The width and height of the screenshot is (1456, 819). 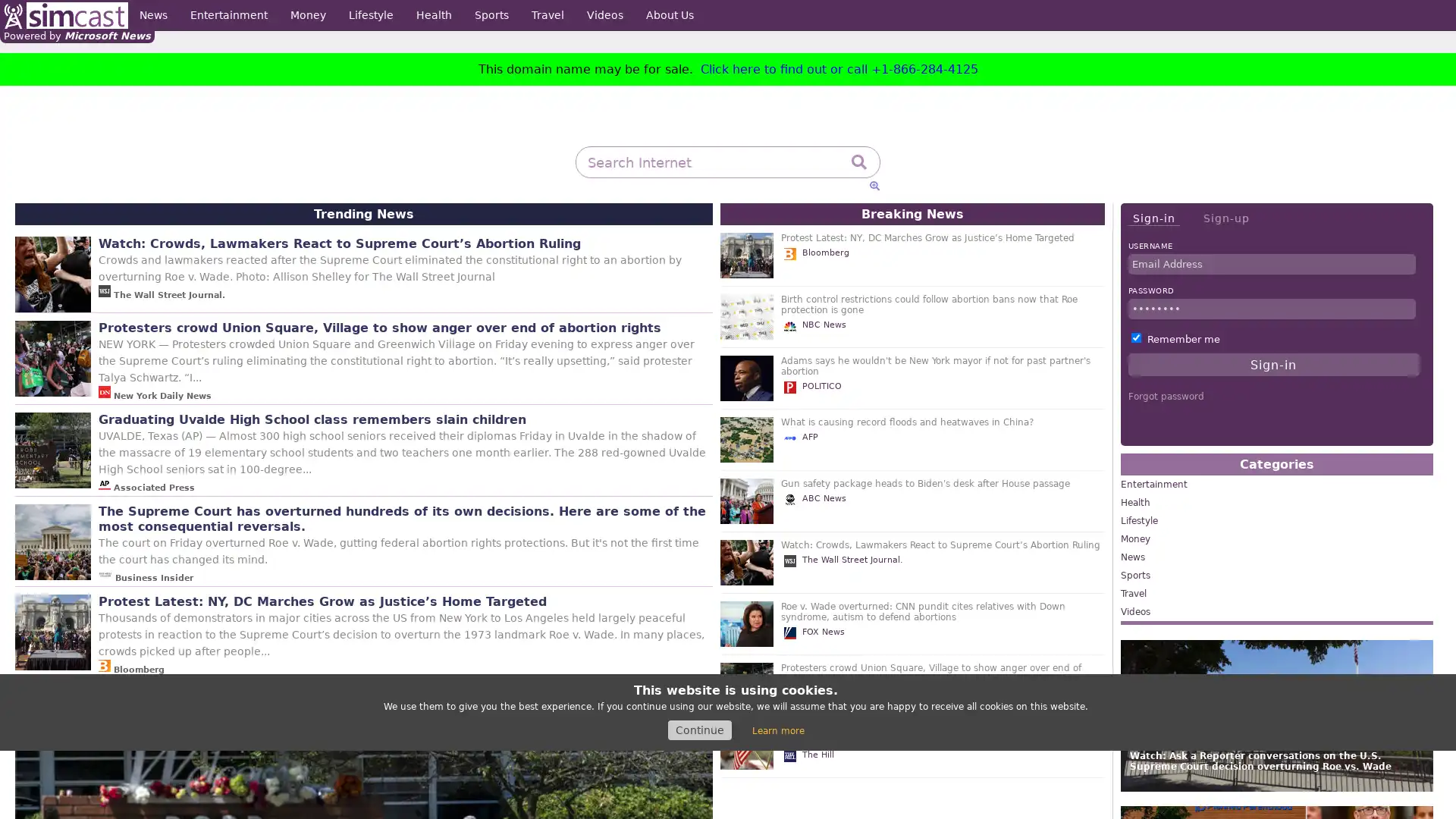 I want to click on Continue, so click(x=698, y=730).